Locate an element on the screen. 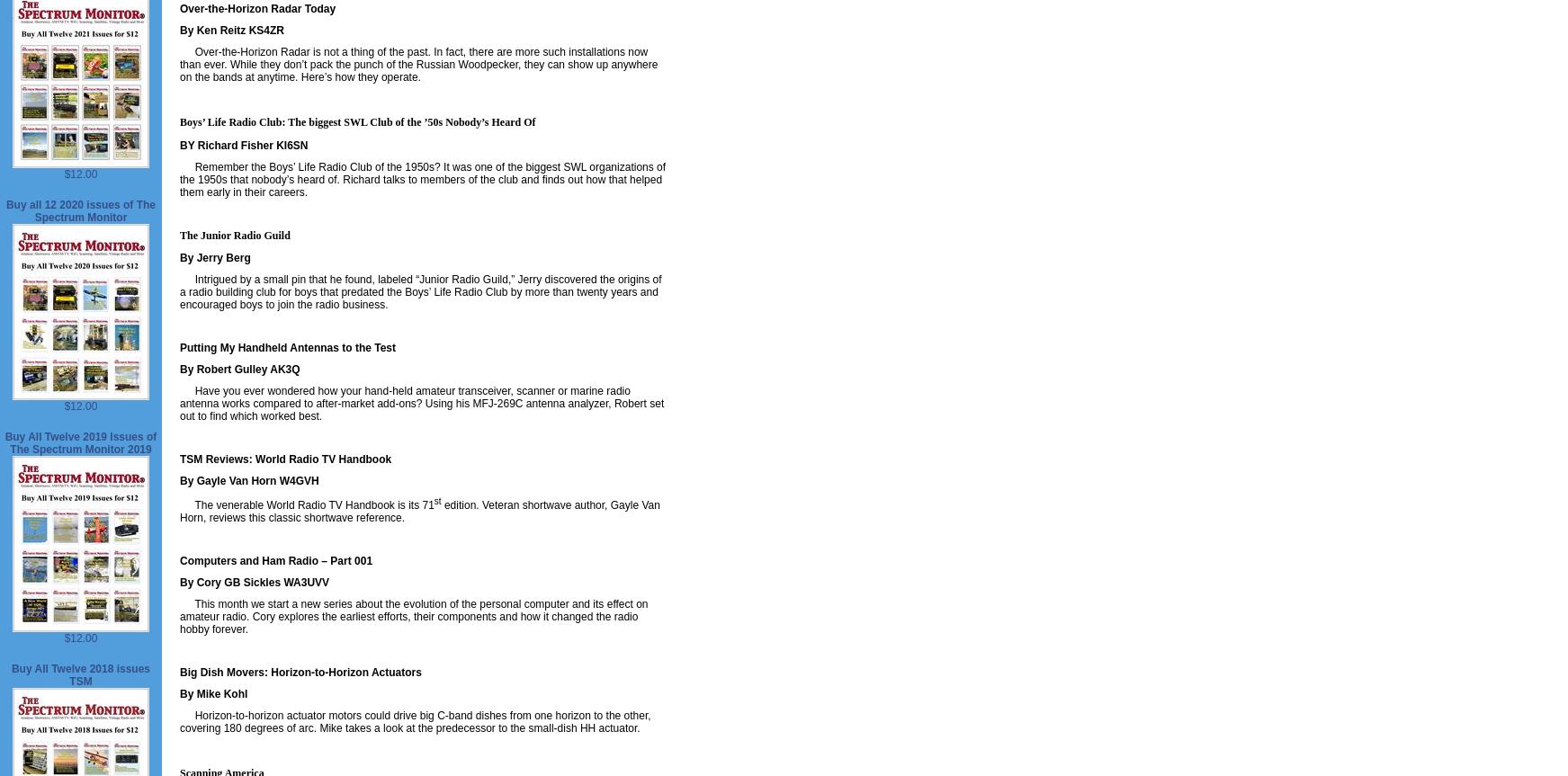  'Intrigued by a small pin that he found, labeled “Junior Radio Guild,”
Jerry discovered the origins of a radio building club for boys that predated
the Boys’ Life Radio Club by more than twenty years and encouraged boys to join
the radio business.' is located at coordinates (420, 291).